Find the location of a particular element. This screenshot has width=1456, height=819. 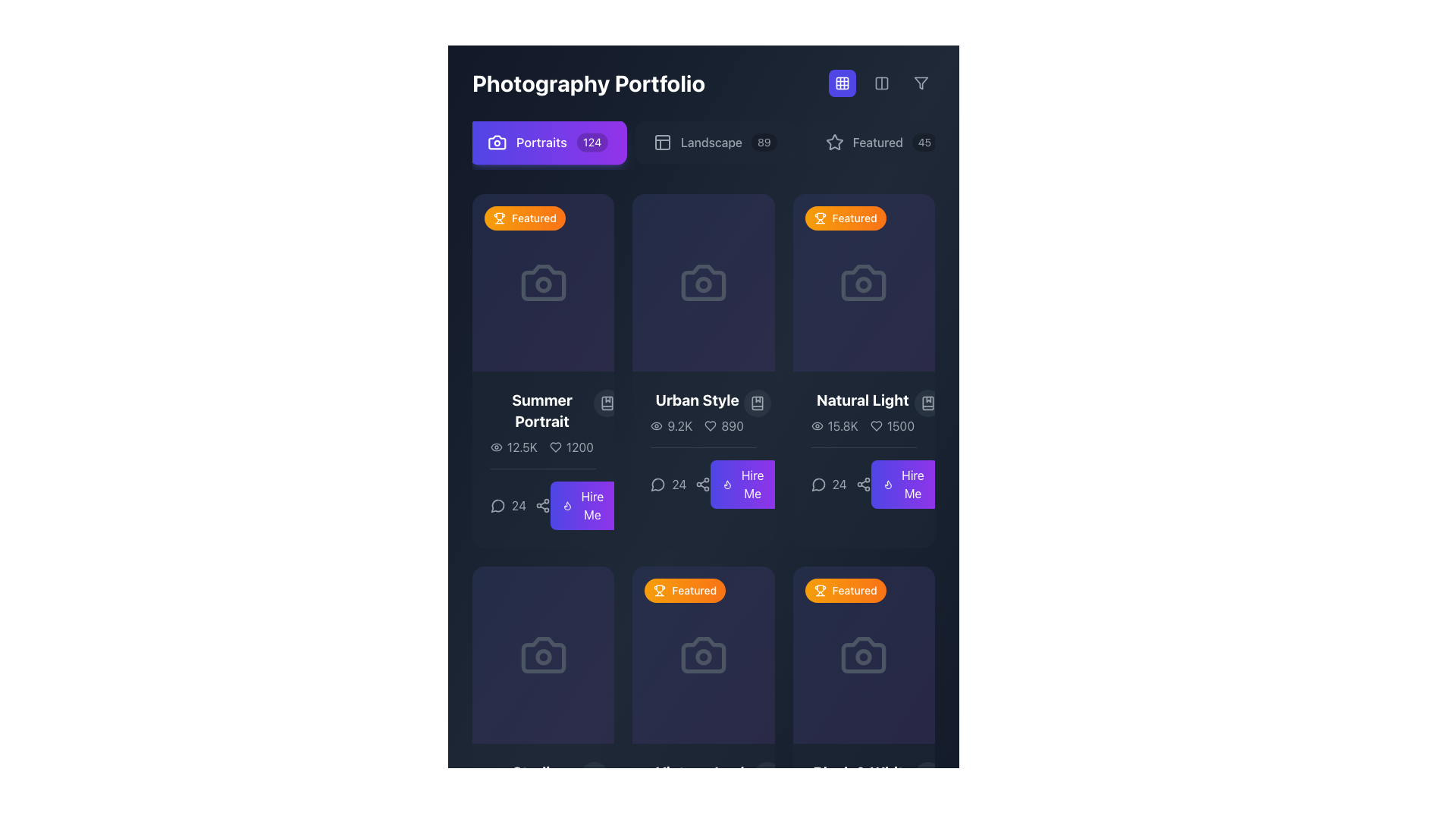

the camera icon located in the Photography Portfolio section, specifically the first item in the grid layout under the Portraits category is located at coordinates (543, 283).